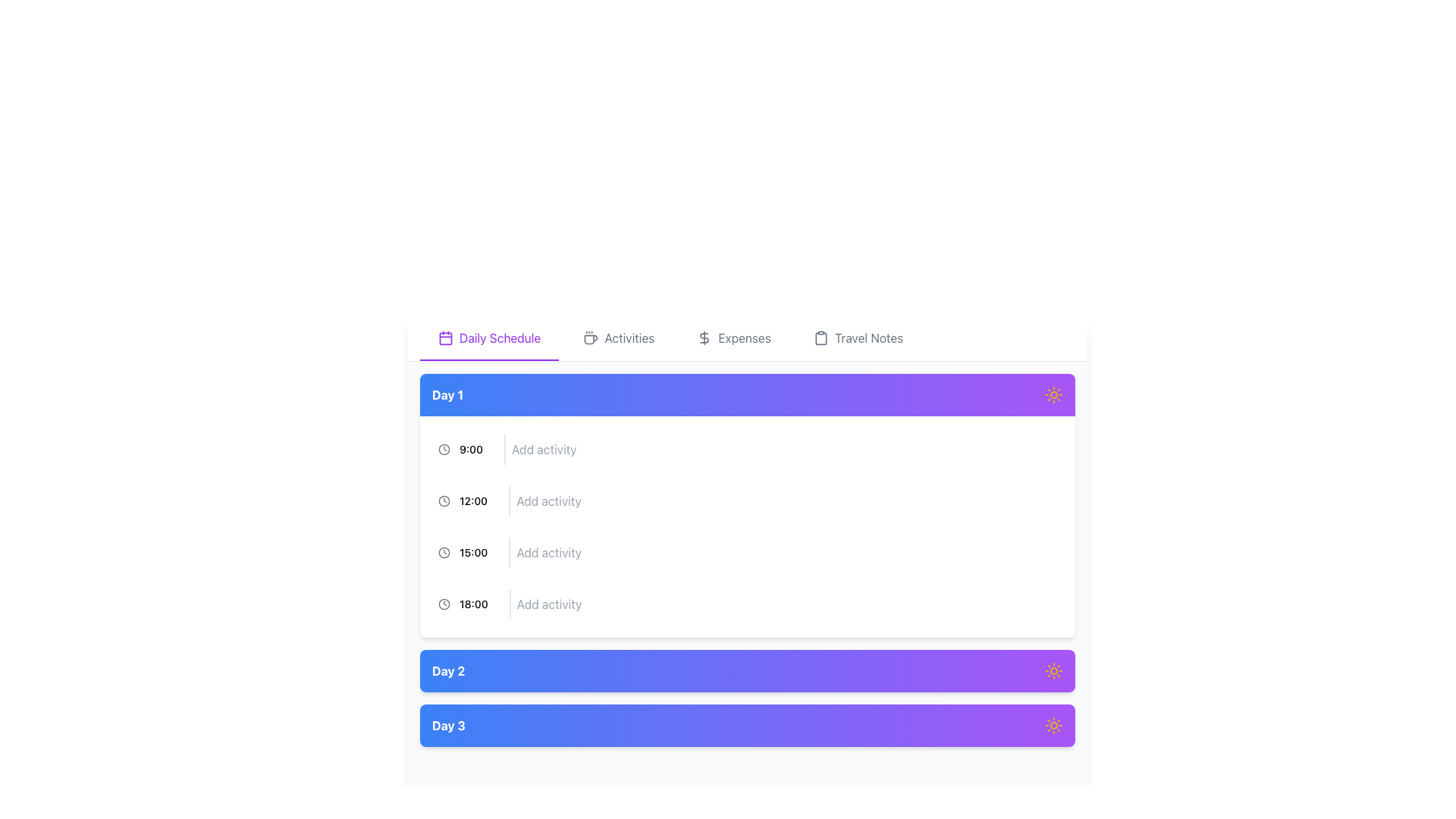 The width and height of the screenshot is (1456, 819). What do you see at coordinates (447, 724) in the screenshot?
I see `header text labeled 'Day 3', which is positioned near the bottom of the list-like interface under the 'Day 2' header` at bounding box center [447, 724].